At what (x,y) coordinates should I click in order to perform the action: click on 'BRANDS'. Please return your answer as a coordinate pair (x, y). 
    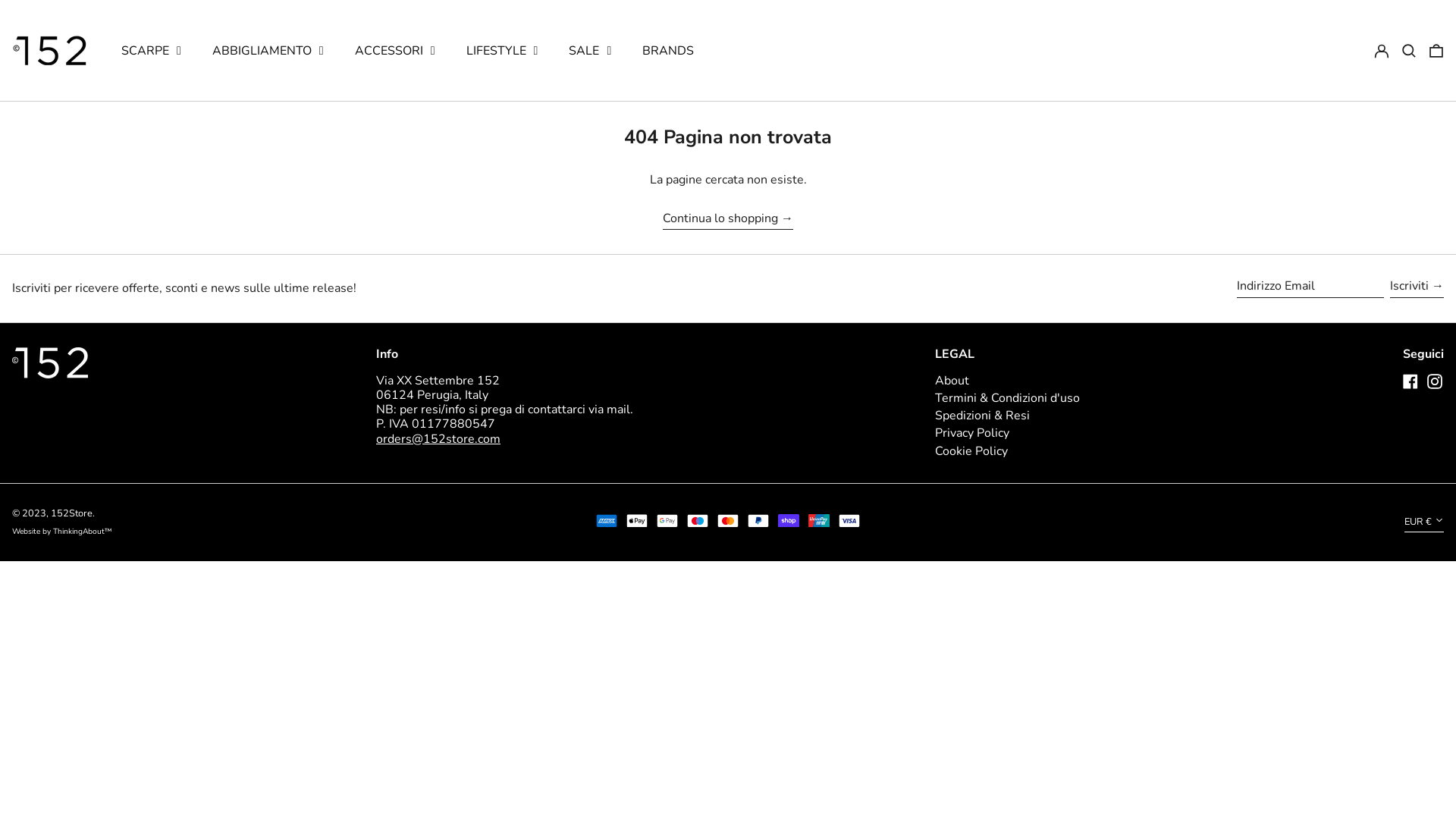
    Looking at the image, I should click on (667, 49).